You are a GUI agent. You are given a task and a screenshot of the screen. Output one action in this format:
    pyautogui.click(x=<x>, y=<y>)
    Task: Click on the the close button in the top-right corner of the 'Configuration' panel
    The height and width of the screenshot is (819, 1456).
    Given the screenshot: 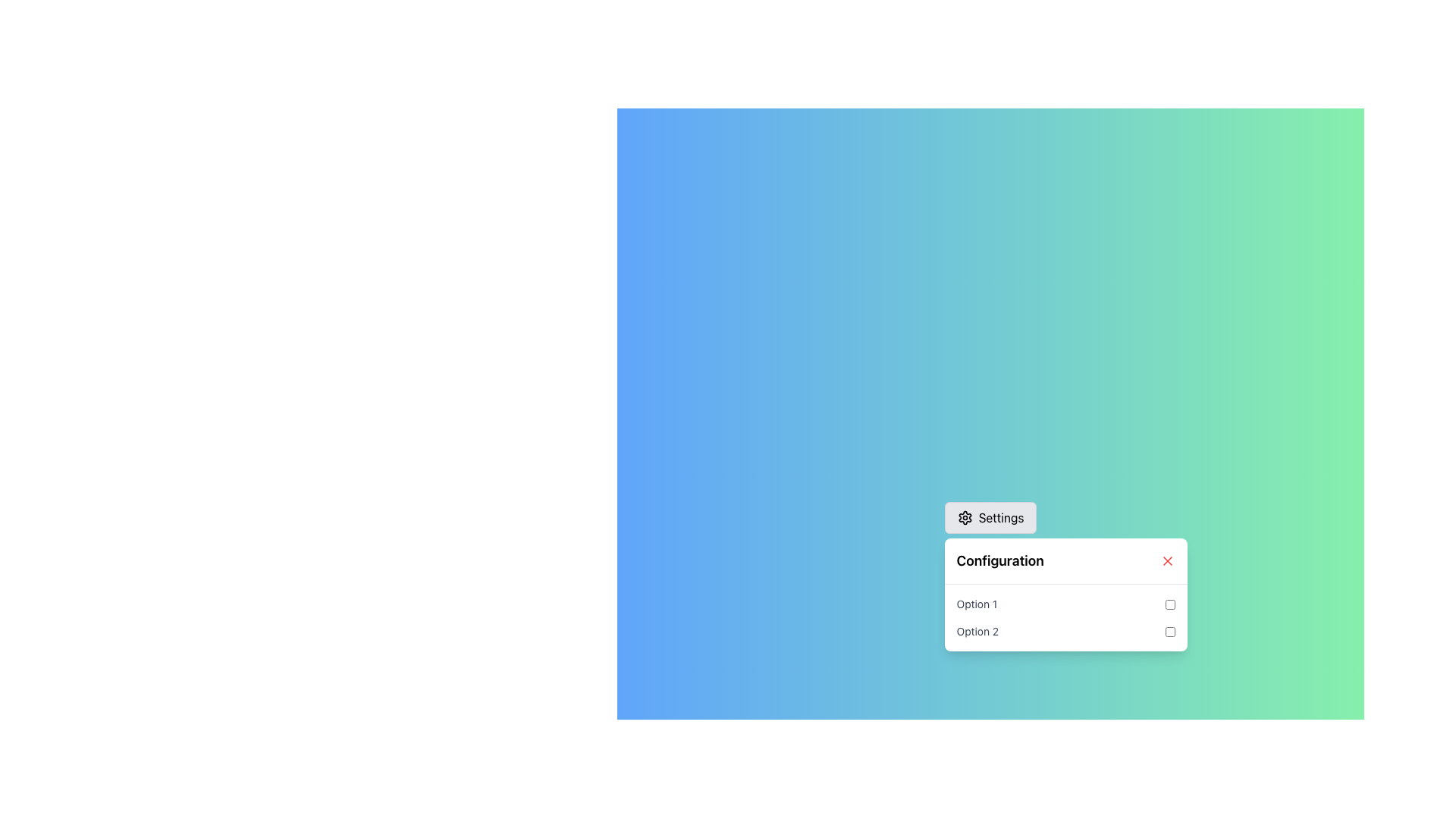 What is the action you would take?
    pyautogui.click(x=1166, y=561)
    